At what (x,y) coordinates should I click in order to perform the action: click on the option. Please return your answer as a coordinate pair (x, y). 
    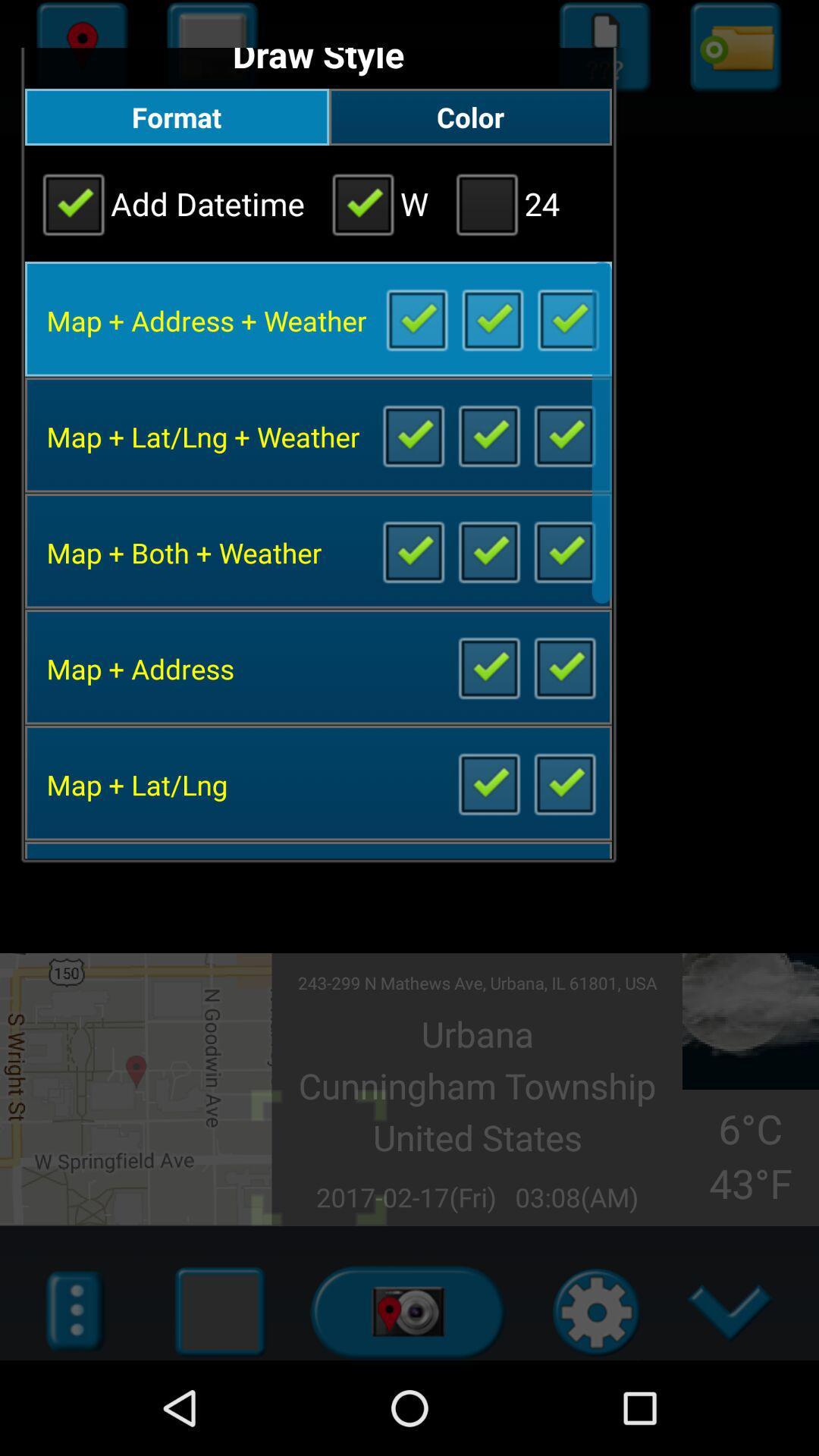
    Looking at the image, I should click on (416, 318).